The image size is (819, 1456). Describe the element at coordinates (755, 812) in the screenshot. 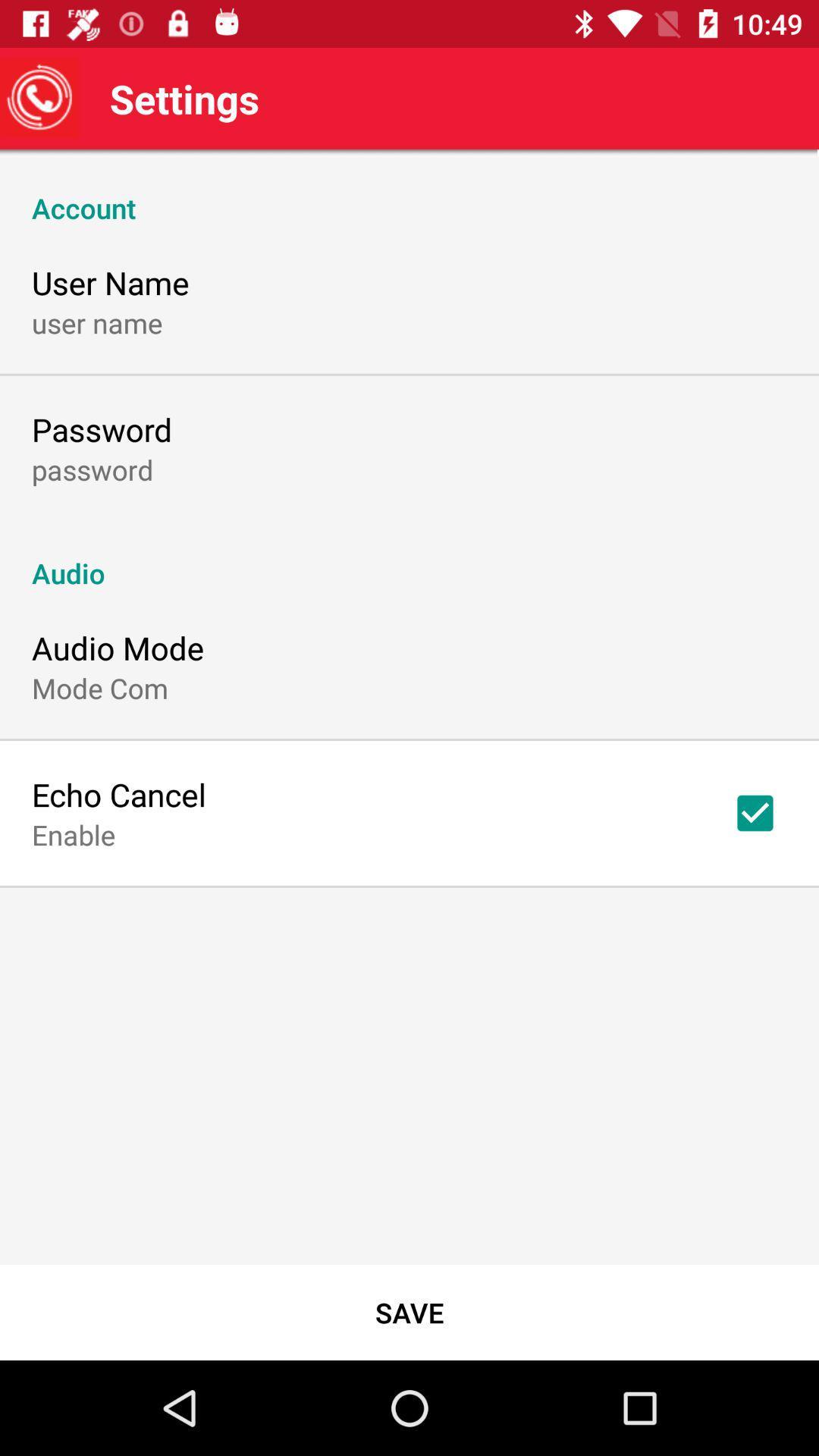

I see `app to the right of echo cancel` at that location.